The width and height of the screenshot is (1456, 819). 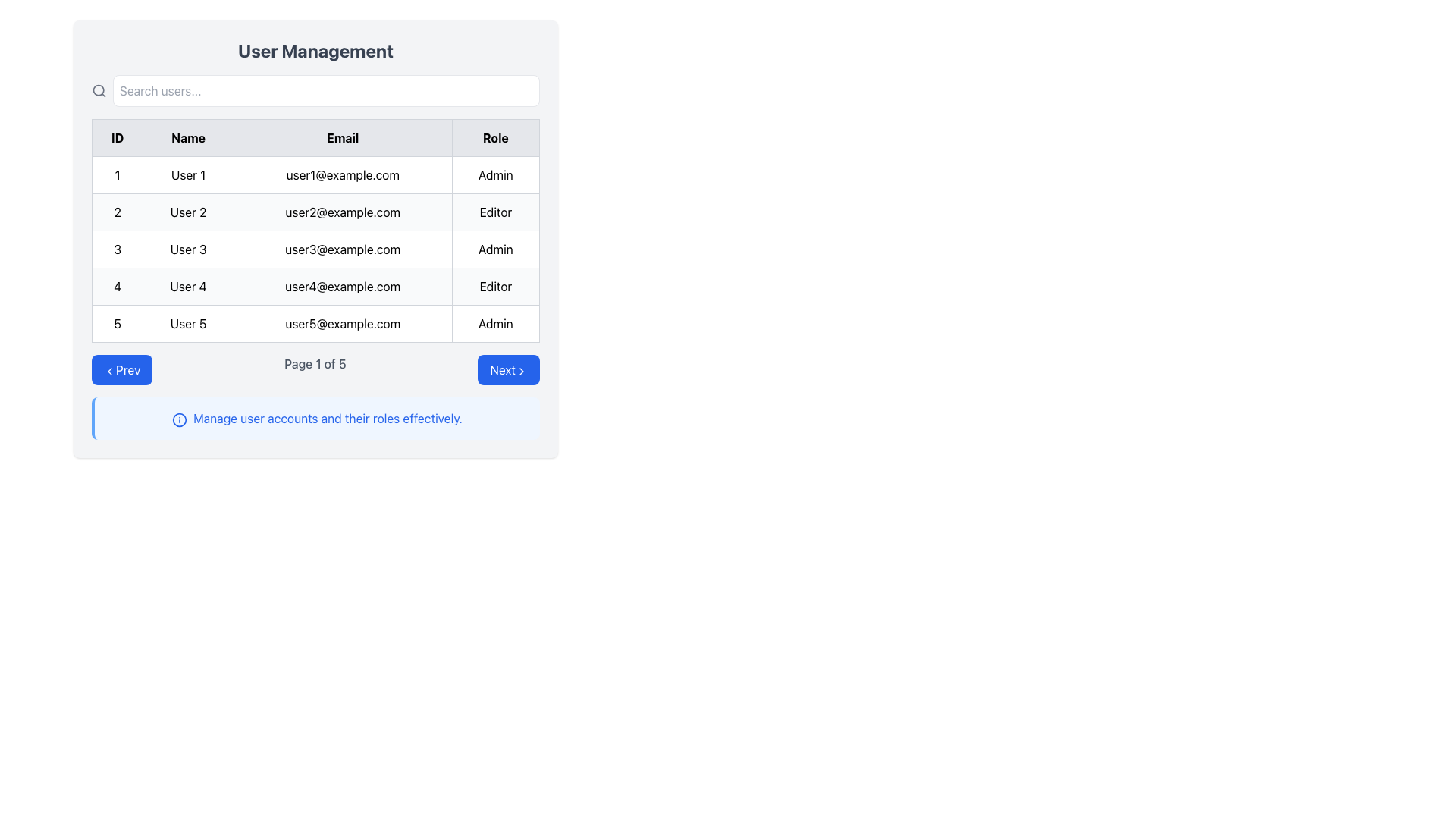 I want to click on the table row element displaying ID '3', Name 'User 3', Email 'user3@example.com', and Role 'Admin', located in the management table as the third row from the top, so click(x=315, y=248).